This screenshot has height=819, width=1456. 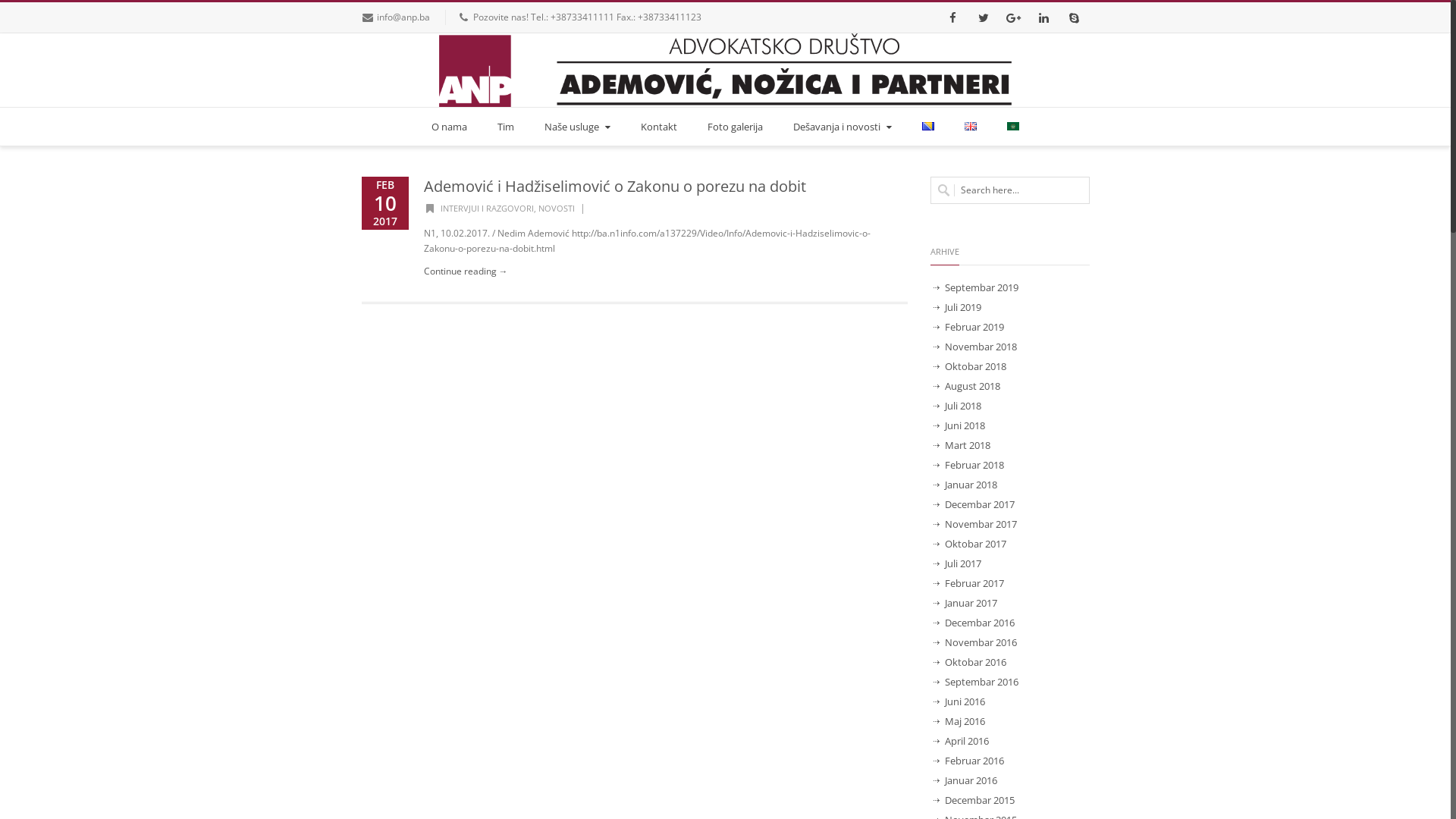 I want to click on 'April 2016', so click(x=960, y=739).